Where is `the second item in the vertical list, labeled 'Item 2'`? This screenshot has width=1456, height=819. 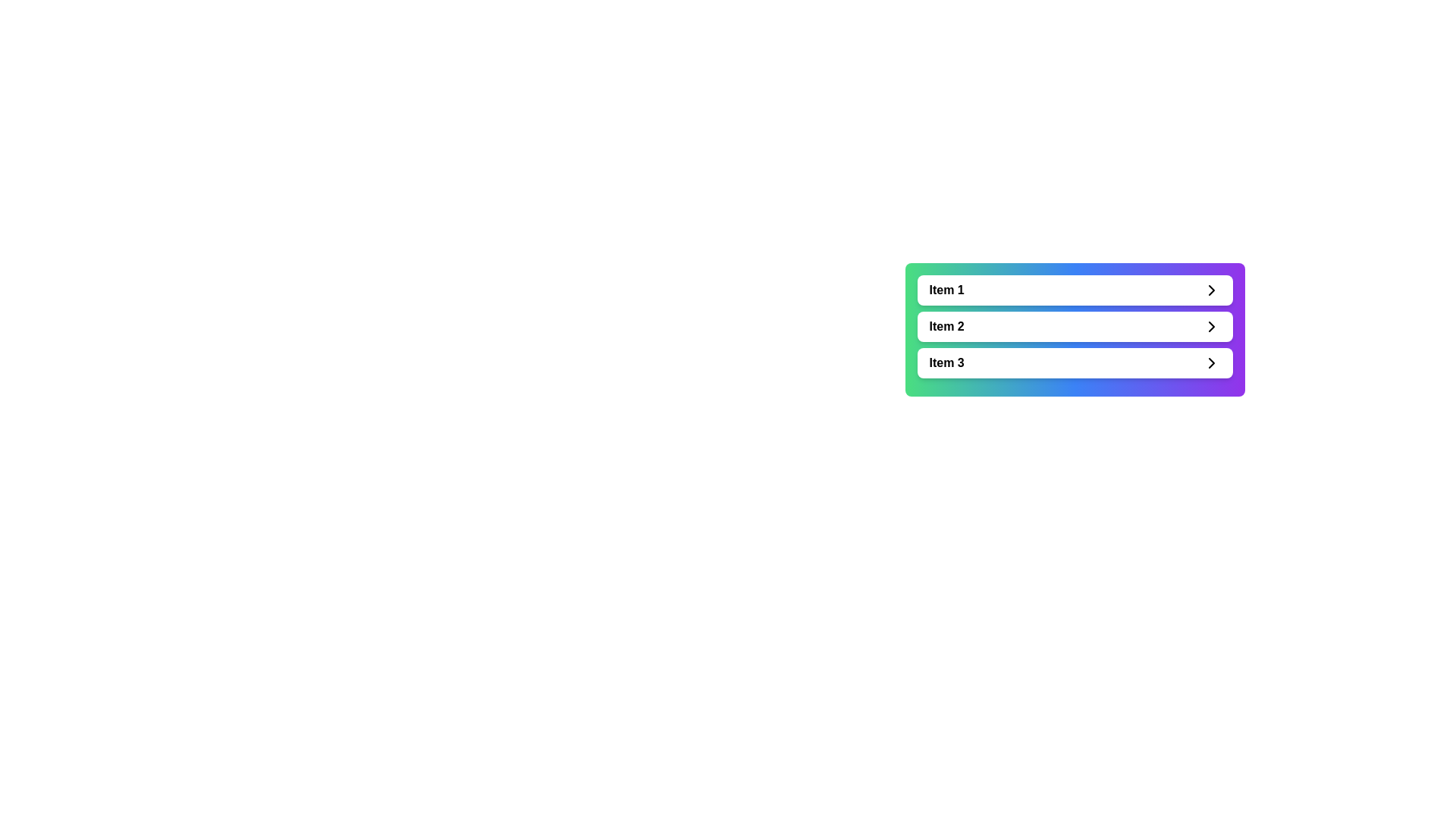 the second item in the vertical list, labeled 'Item 2' is located at coordinates (1074, 326).